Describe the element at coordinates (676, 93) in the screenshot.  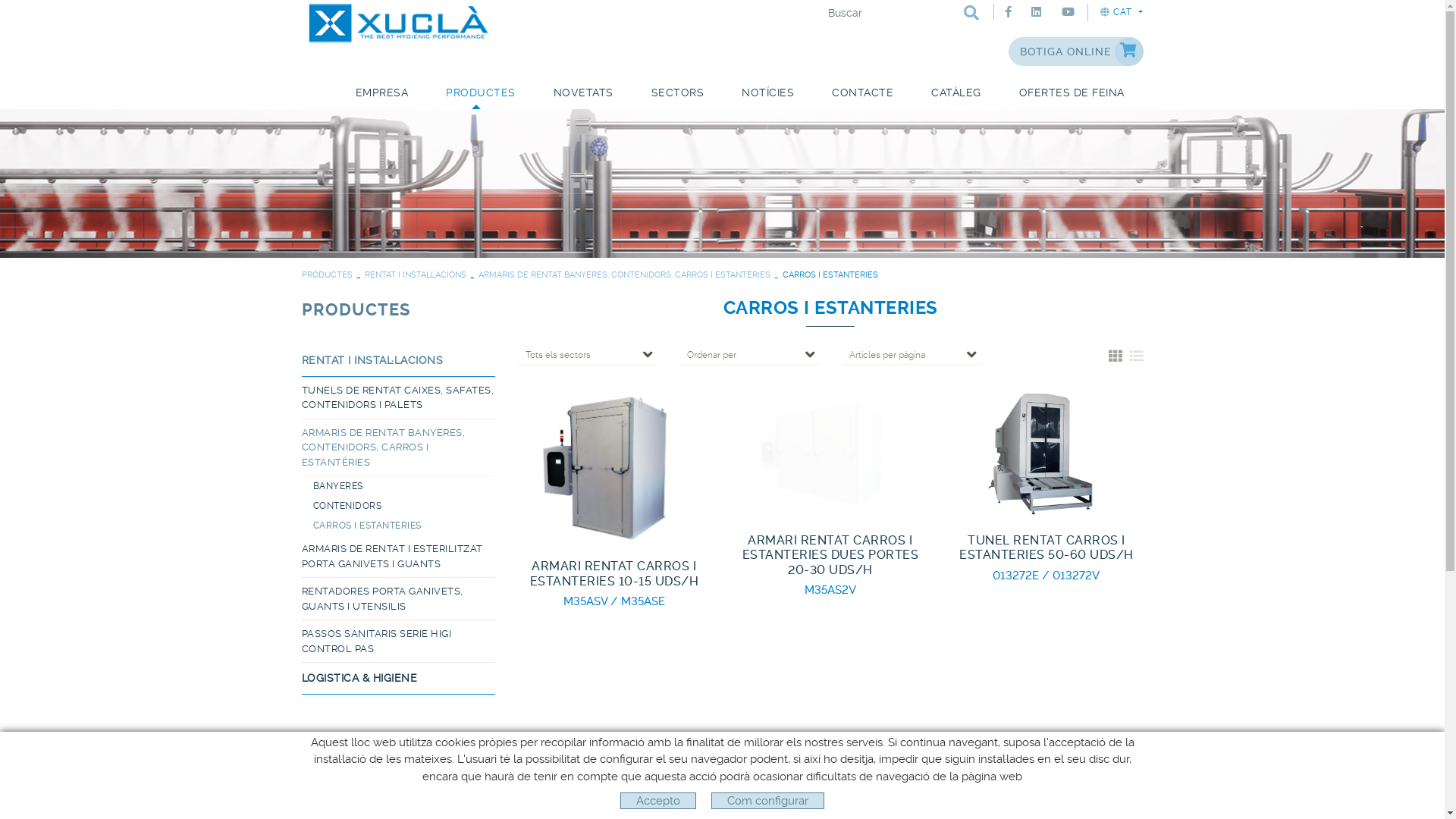
I see `'SECTORS'` at that location.